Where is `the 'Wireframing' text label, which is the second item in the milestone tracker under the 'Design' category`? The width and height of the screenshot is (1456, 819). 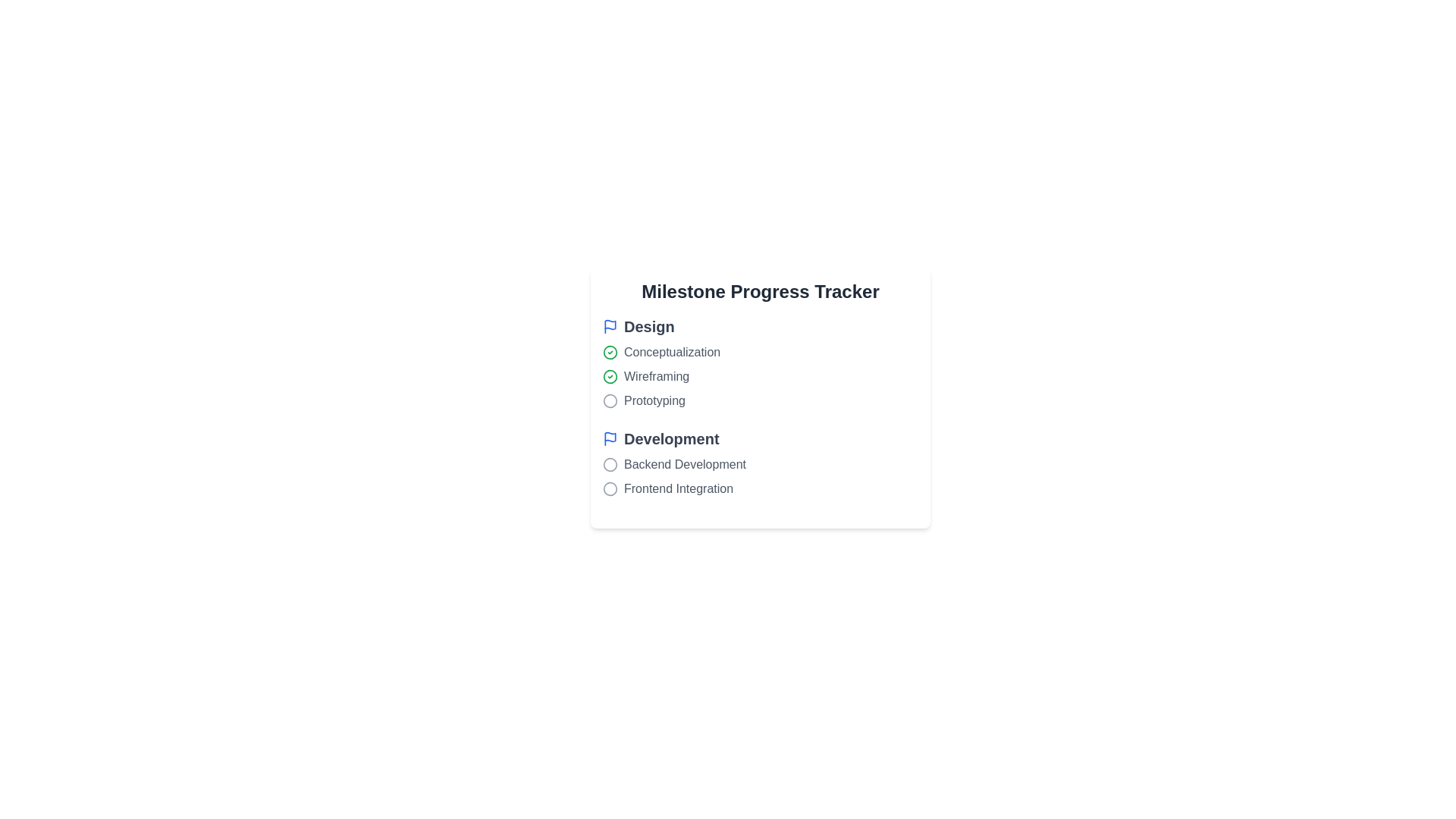
the 'Wireframing' text label, which is the second item in the milestone tracker under the 'Design' category is located at coordinates (657, 376).